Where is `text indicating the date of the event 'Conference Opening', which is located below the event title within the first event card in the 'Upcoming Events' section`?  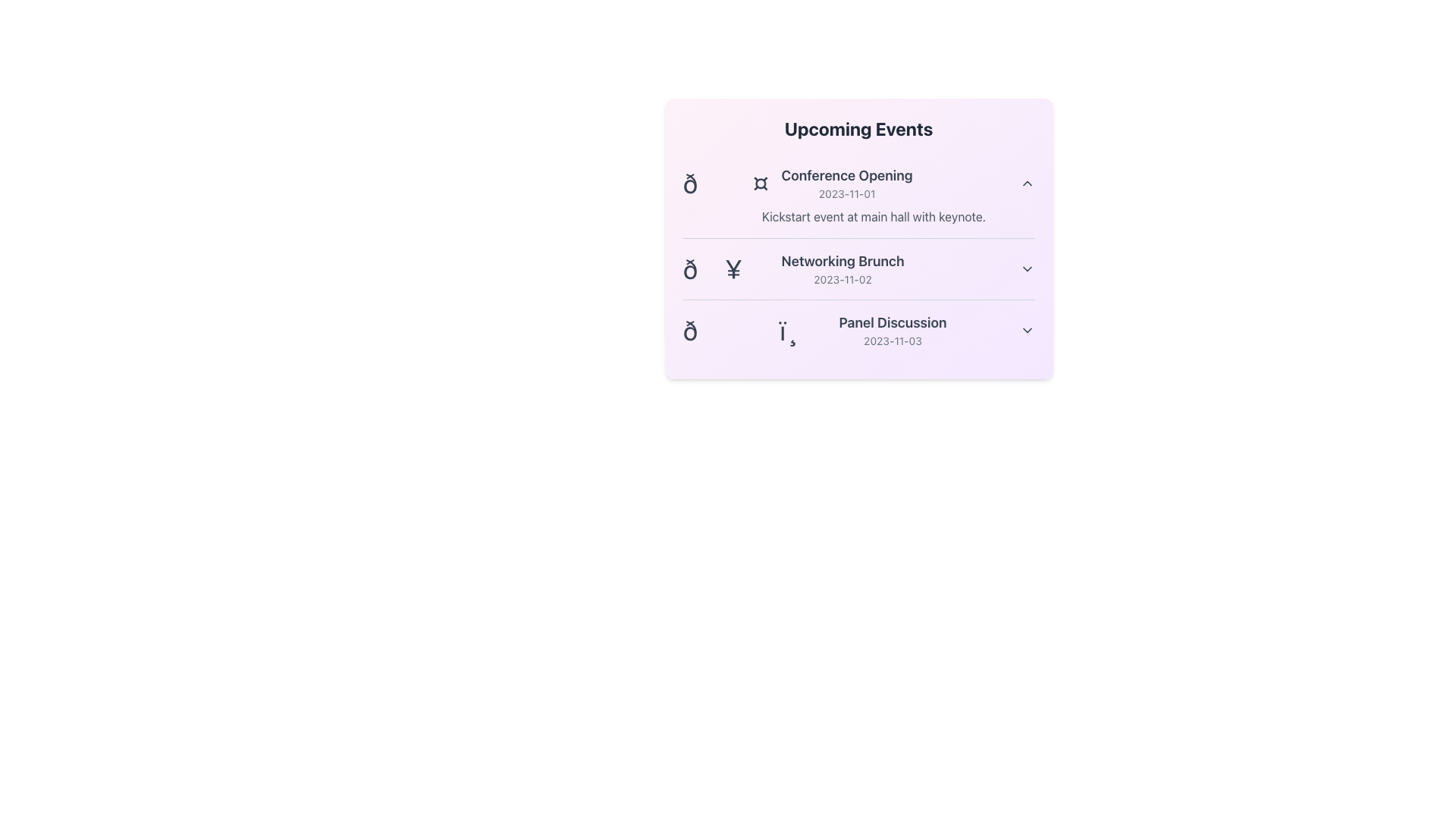 text indicating the date of the event 'Conference Opening', which is located below the event title within the first event card in the 'Upcoming Events' section is located at coordinates (846, 193).